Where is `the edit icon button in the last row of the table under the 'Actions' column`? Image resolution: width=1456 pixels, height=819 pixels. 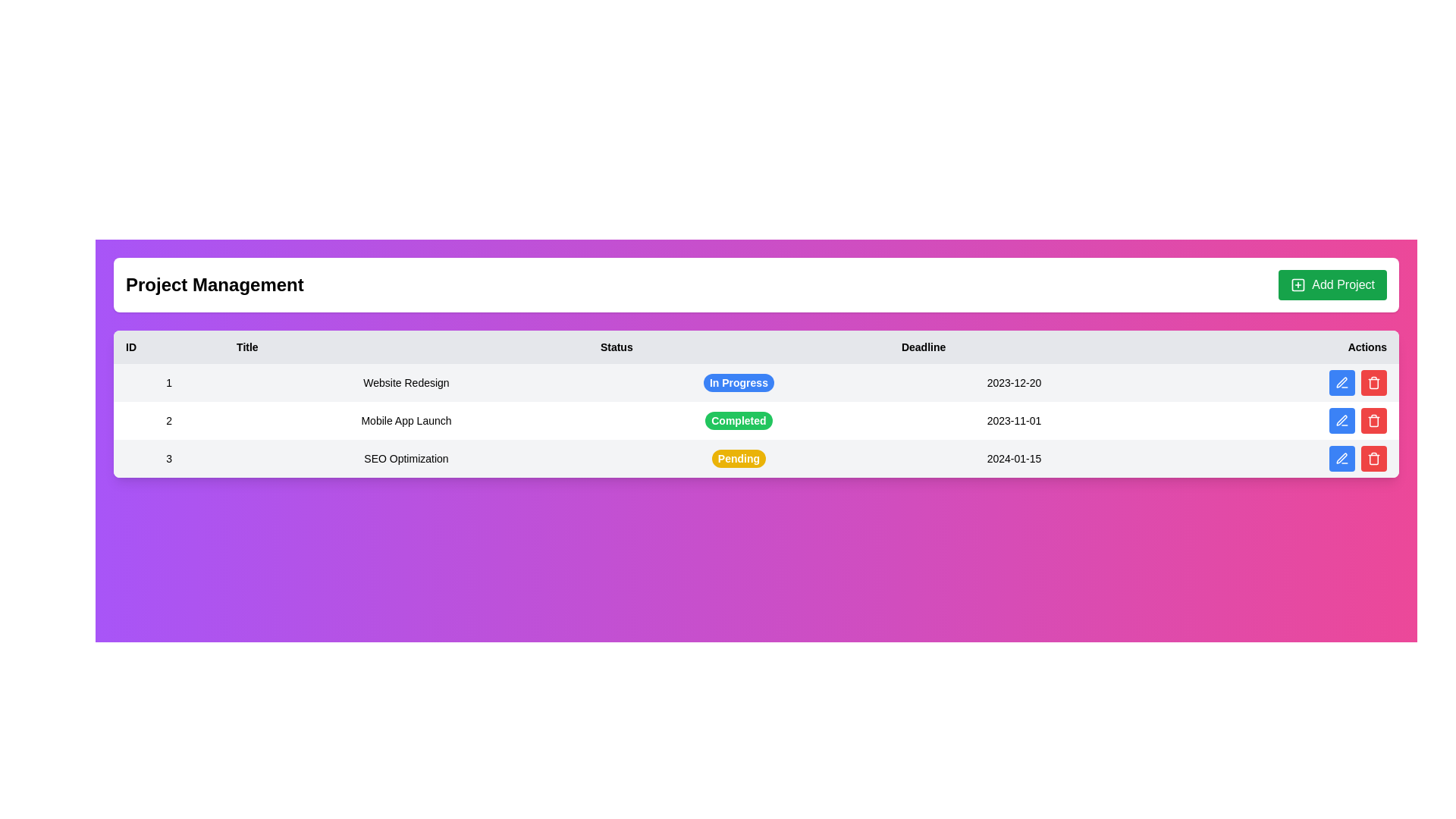 the edit icon button in the last row of the table under the 'Actions' column is located at coordinates (1342, 458).